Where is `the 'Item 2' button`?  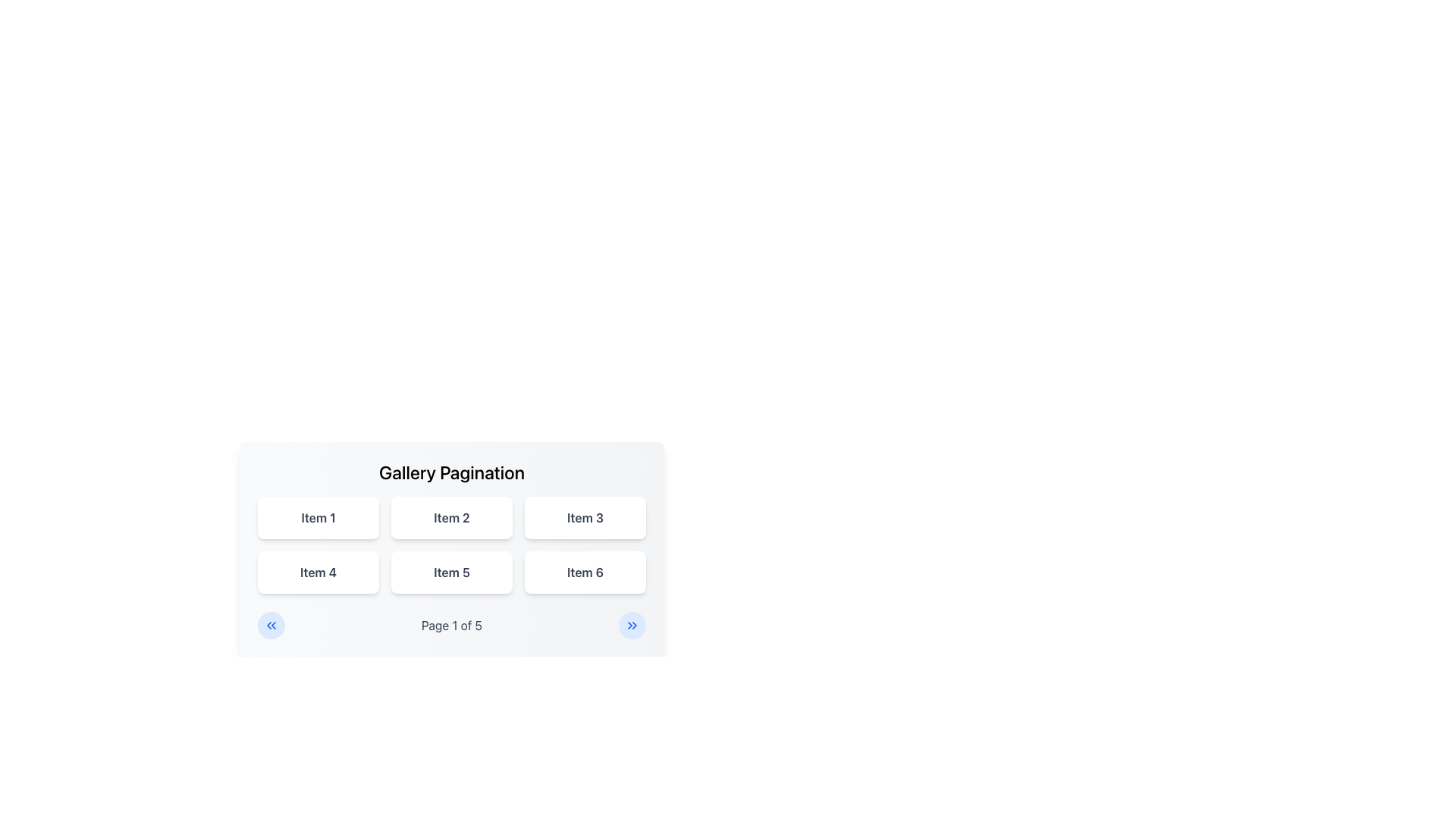 the 'Item 2' button is located at coordinates (450, 516).